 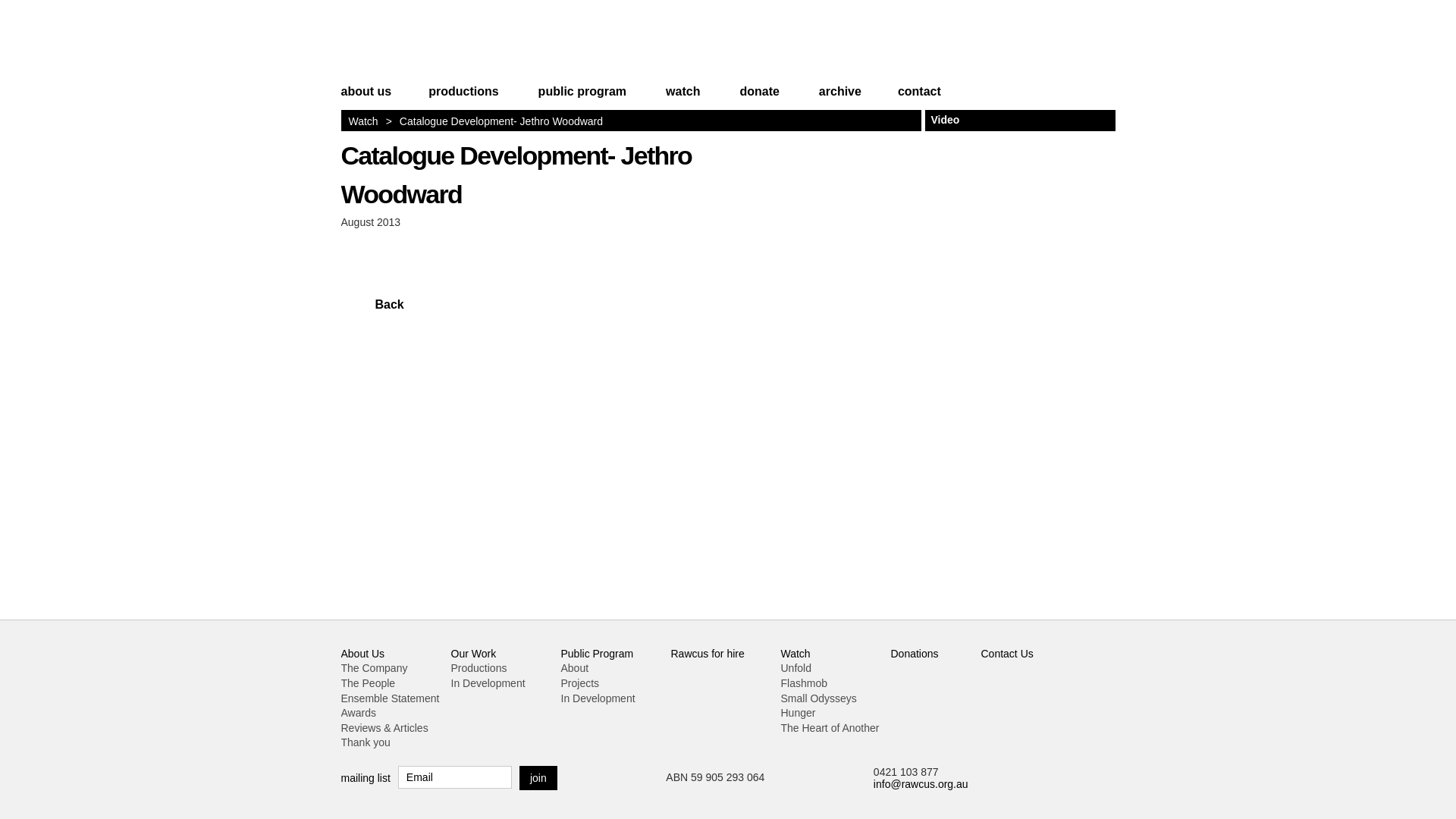 What do you see at coordinates (829, 727) in the screenshot?
I see `'The Heart of Another'` at bounding box center [829, 727].